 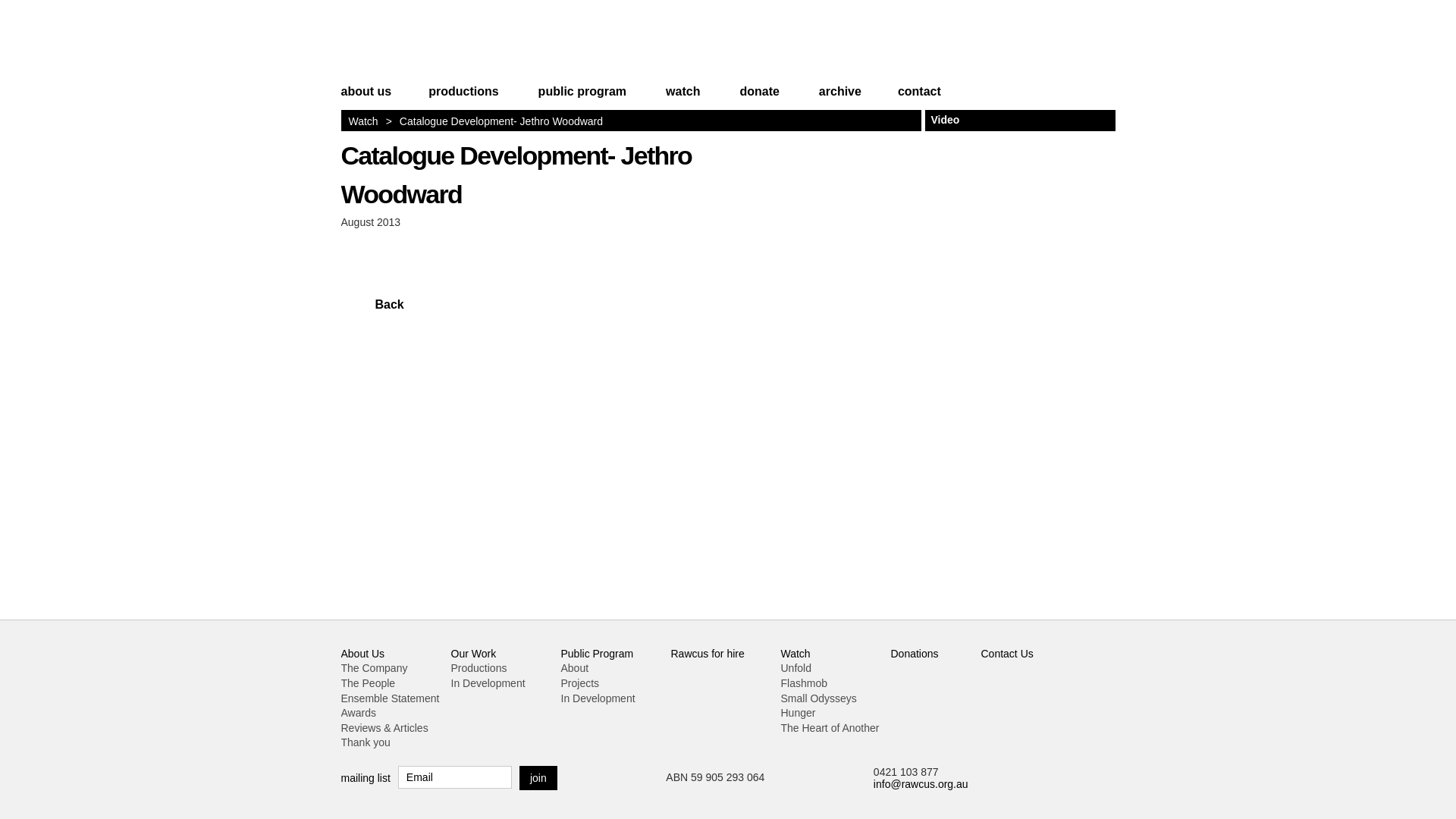 What do you see at coordinates (829, 727) in the screenshot?
I see `'The Heart of Another'` at bounding box center [829, 727].